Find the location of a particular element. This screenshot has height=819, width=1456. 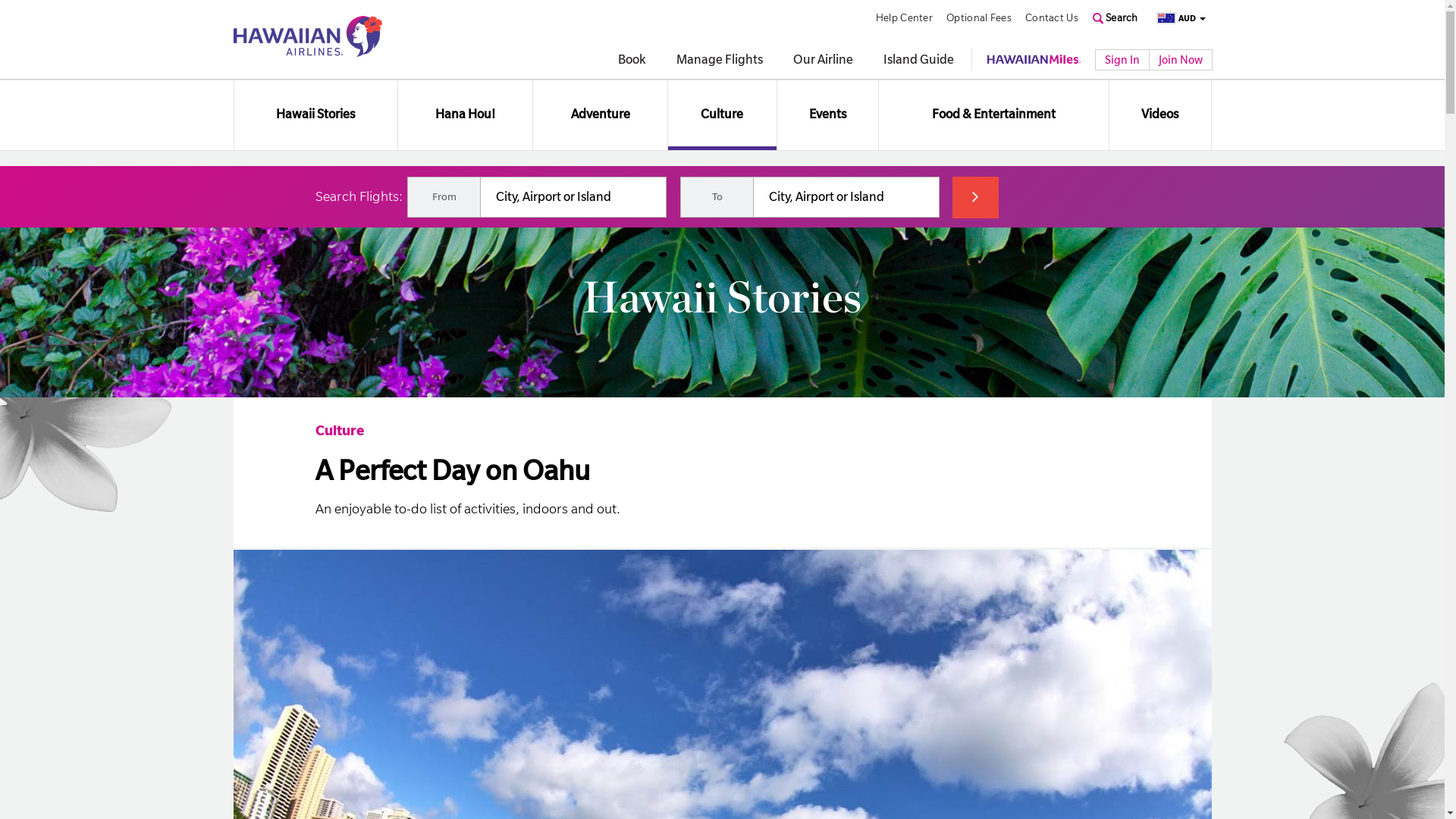

'Sign In' is located at coordinates (1122, 58).